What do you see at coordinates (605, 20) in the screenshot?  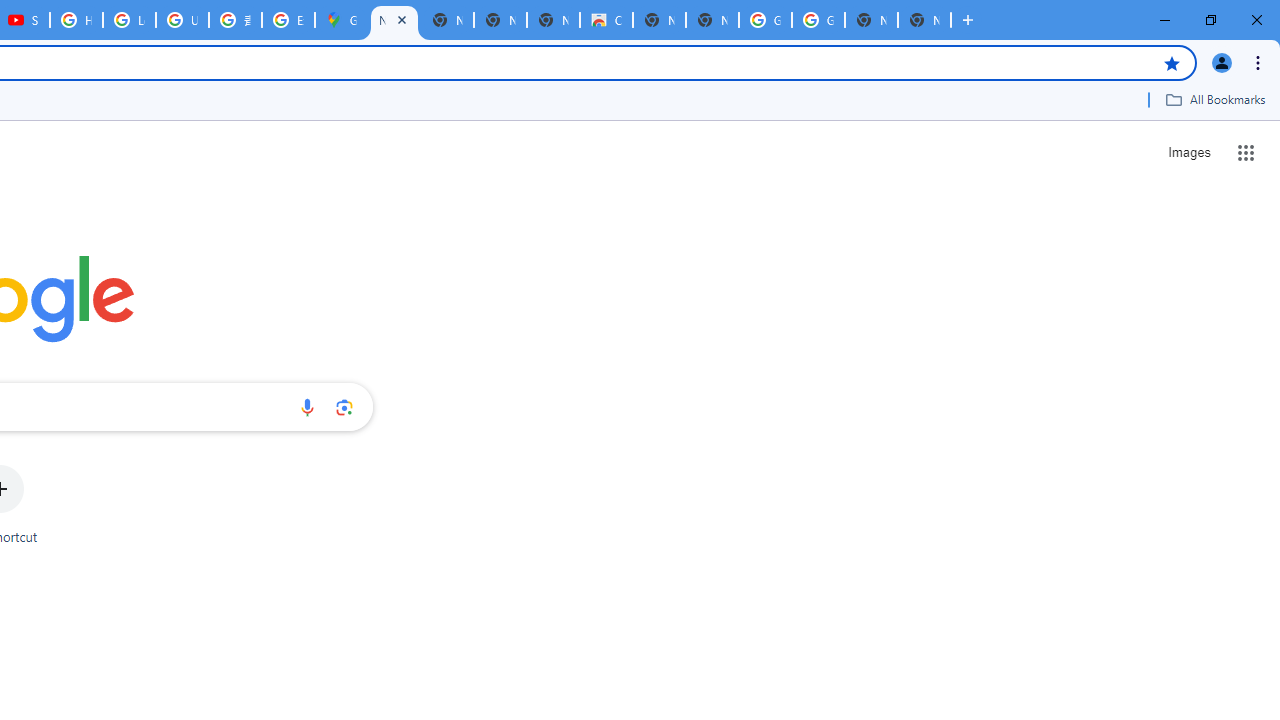 I see `'Chrome Web Store'` at bounding box center [605, 20].